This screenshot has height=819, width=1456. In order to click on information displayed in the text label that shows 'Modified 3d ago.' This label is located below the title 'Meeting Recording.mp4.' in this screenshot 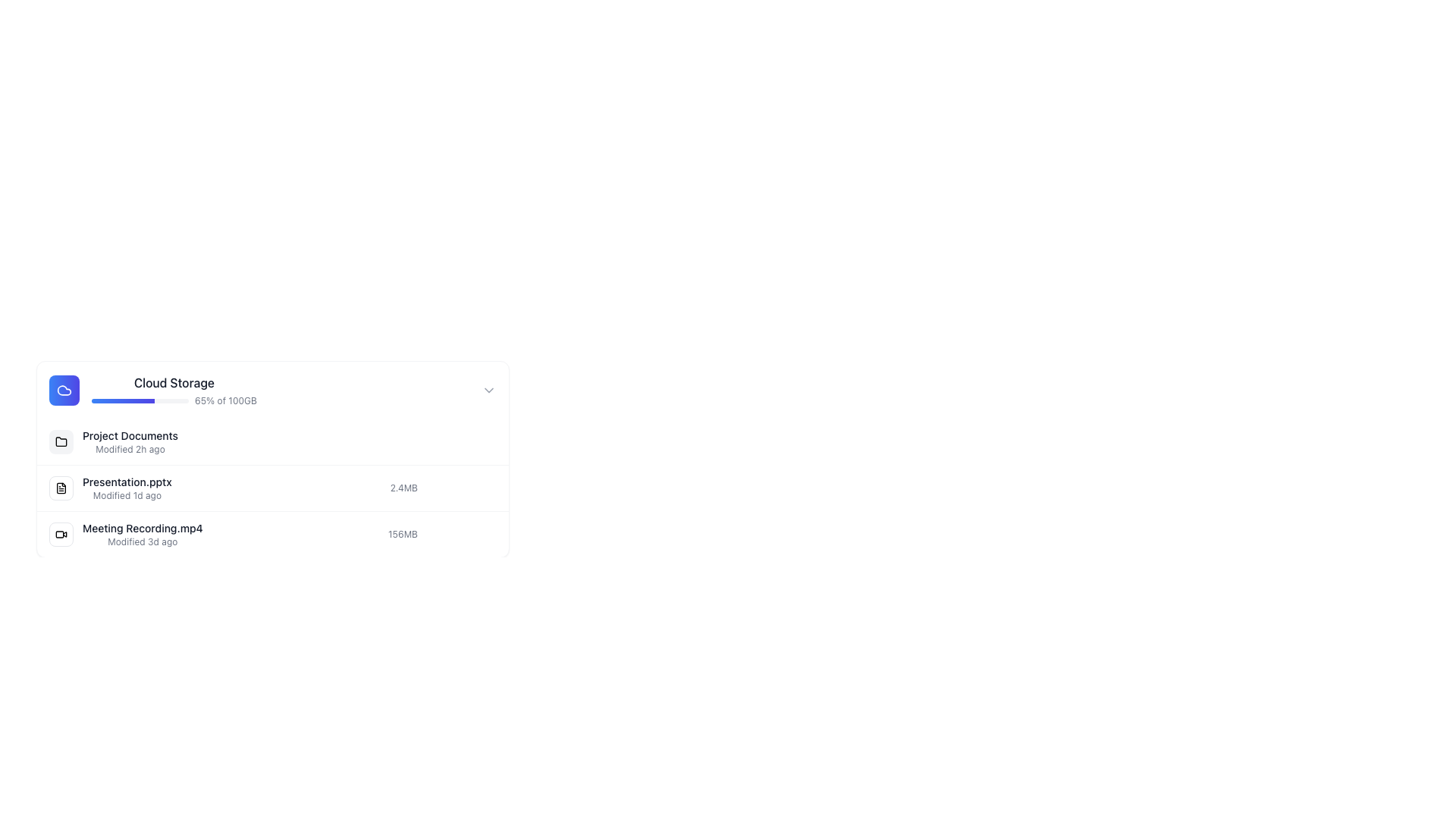, I will do `click(143, 541)`.